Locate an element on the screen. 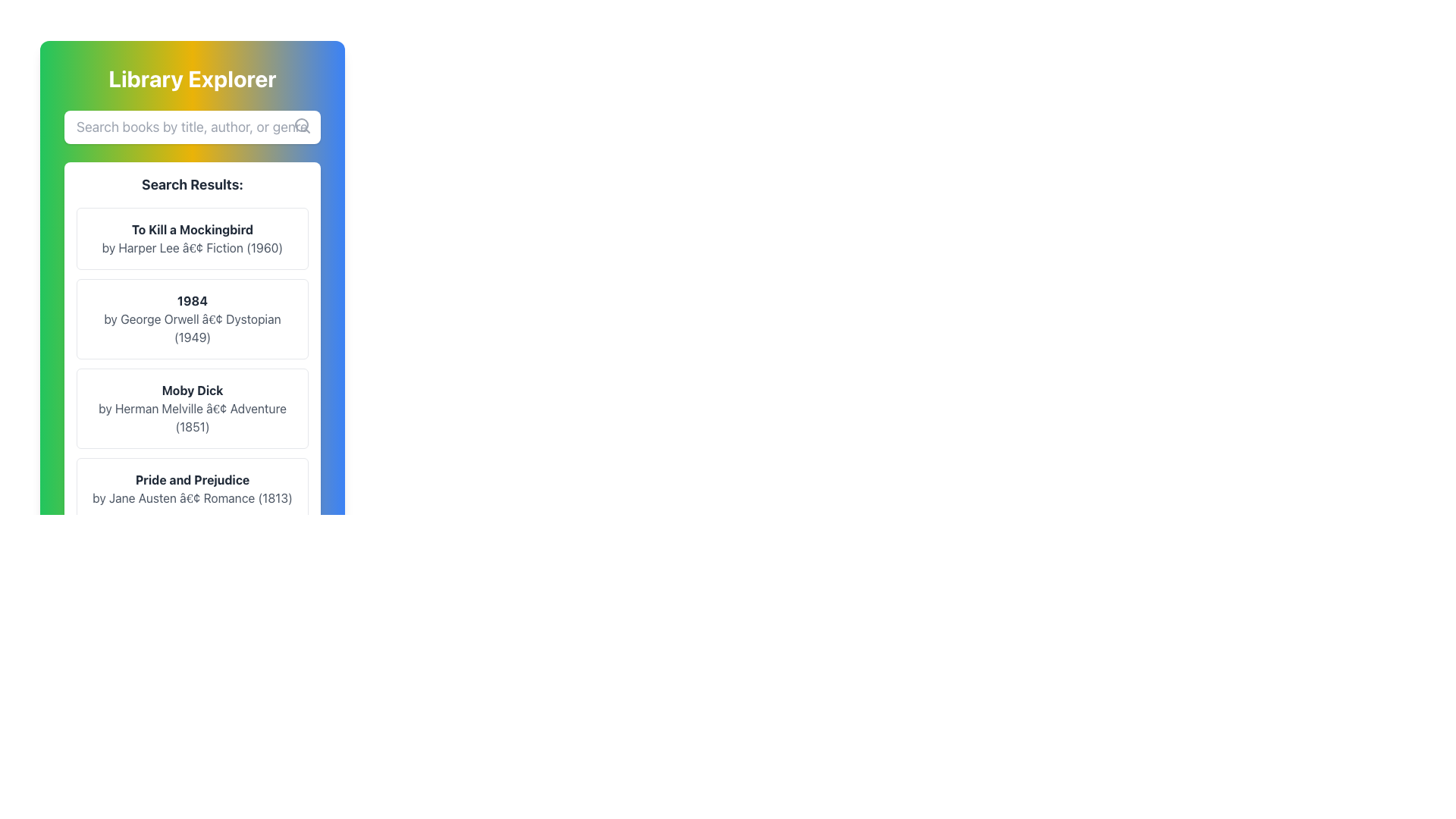 This screenshot has height=819, width=1456. the search icon located on the far right of the search bar, which indicates the search functionality for the input field labeled 'Search books by title, author, or genre...' is located at coordinates (302, 124).